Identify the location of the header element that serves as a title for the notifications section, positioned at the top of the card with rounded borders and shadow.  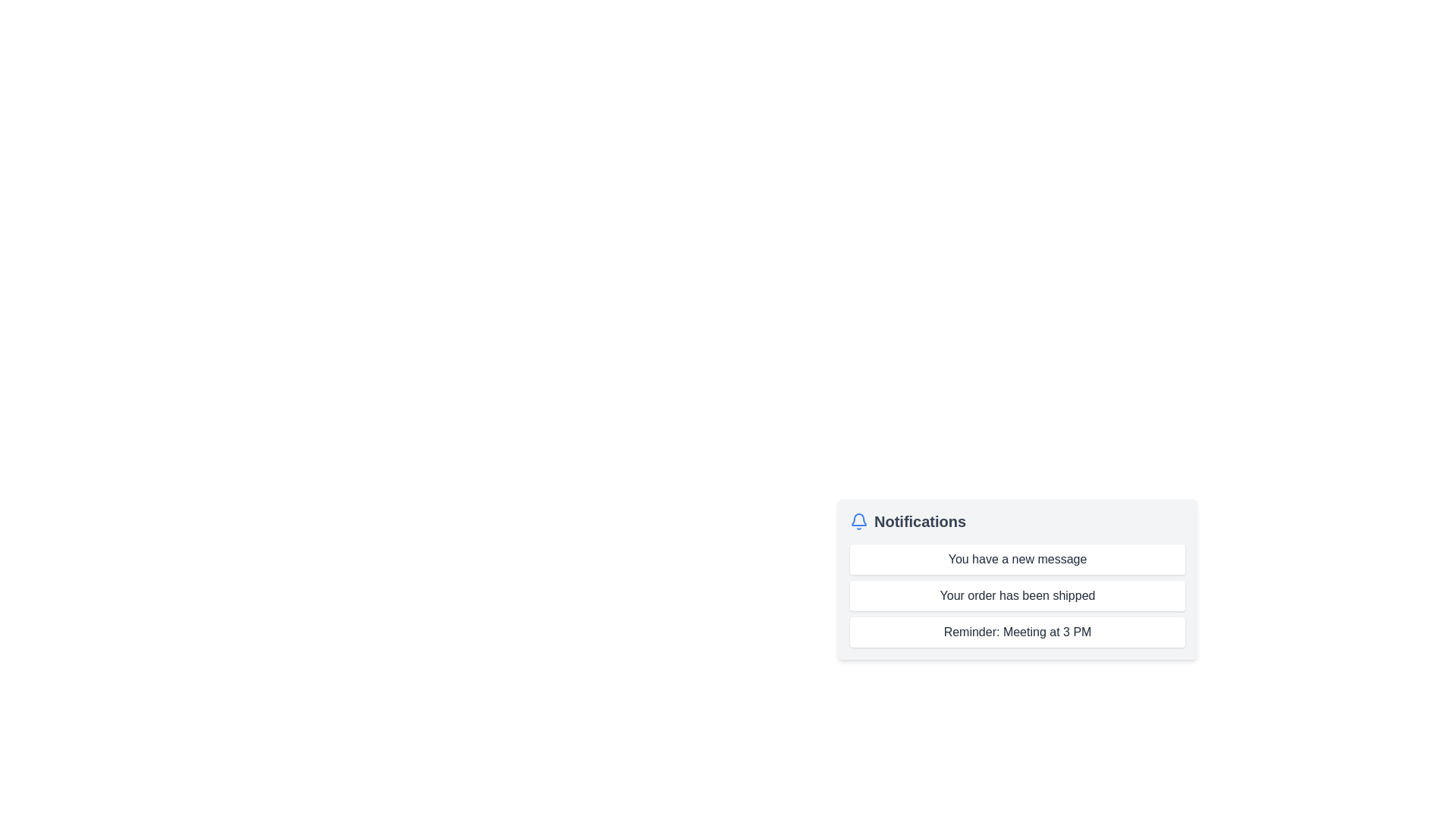
(1018, 520).